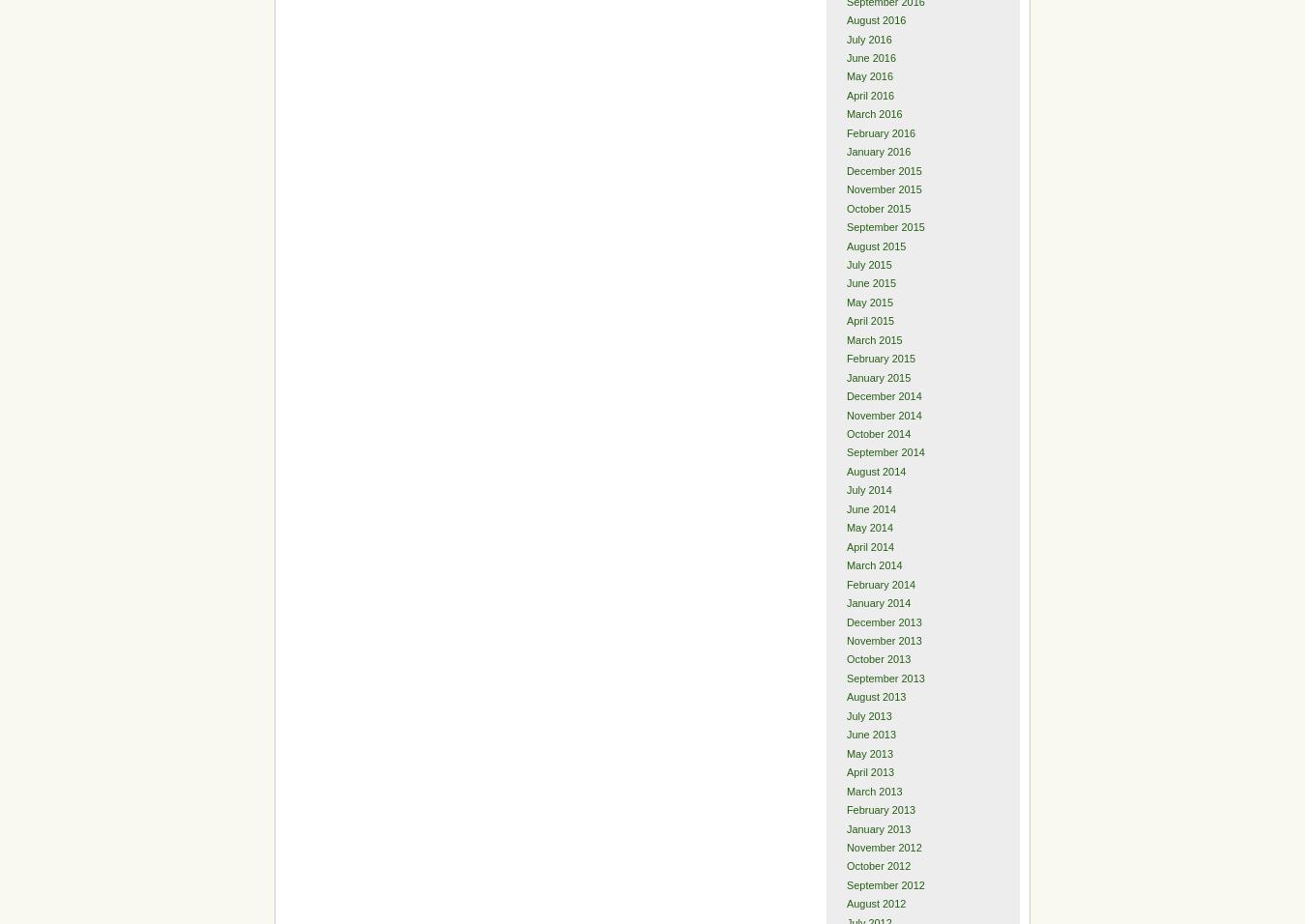  What do you see at coordinates (884, 226) in the screenshot?
I see `'September 2015'` at bounding box center [884, 226].